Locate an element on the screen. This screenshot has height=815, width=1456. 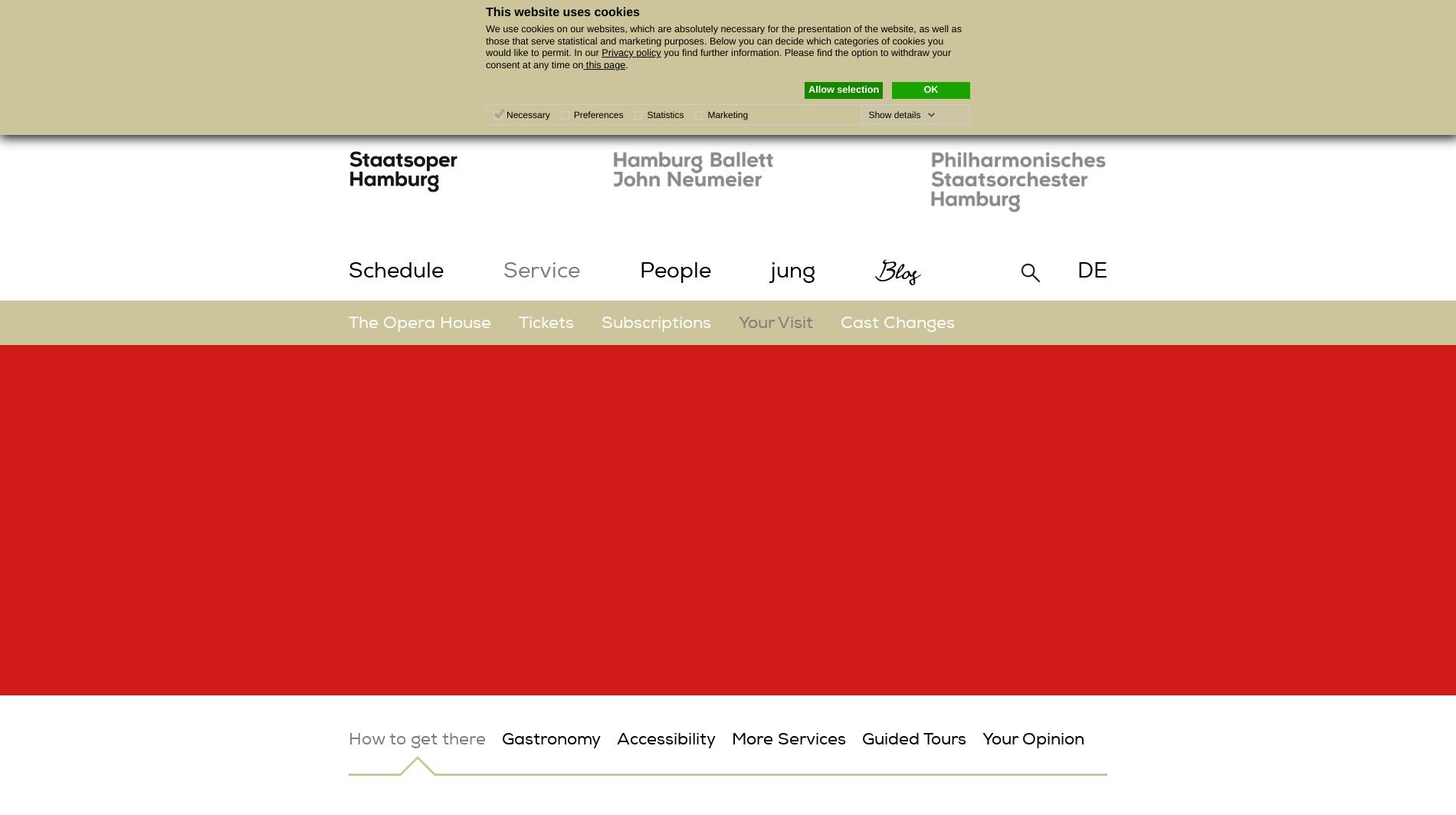
'Your Opinion' is located at coordinates (1032, 738).